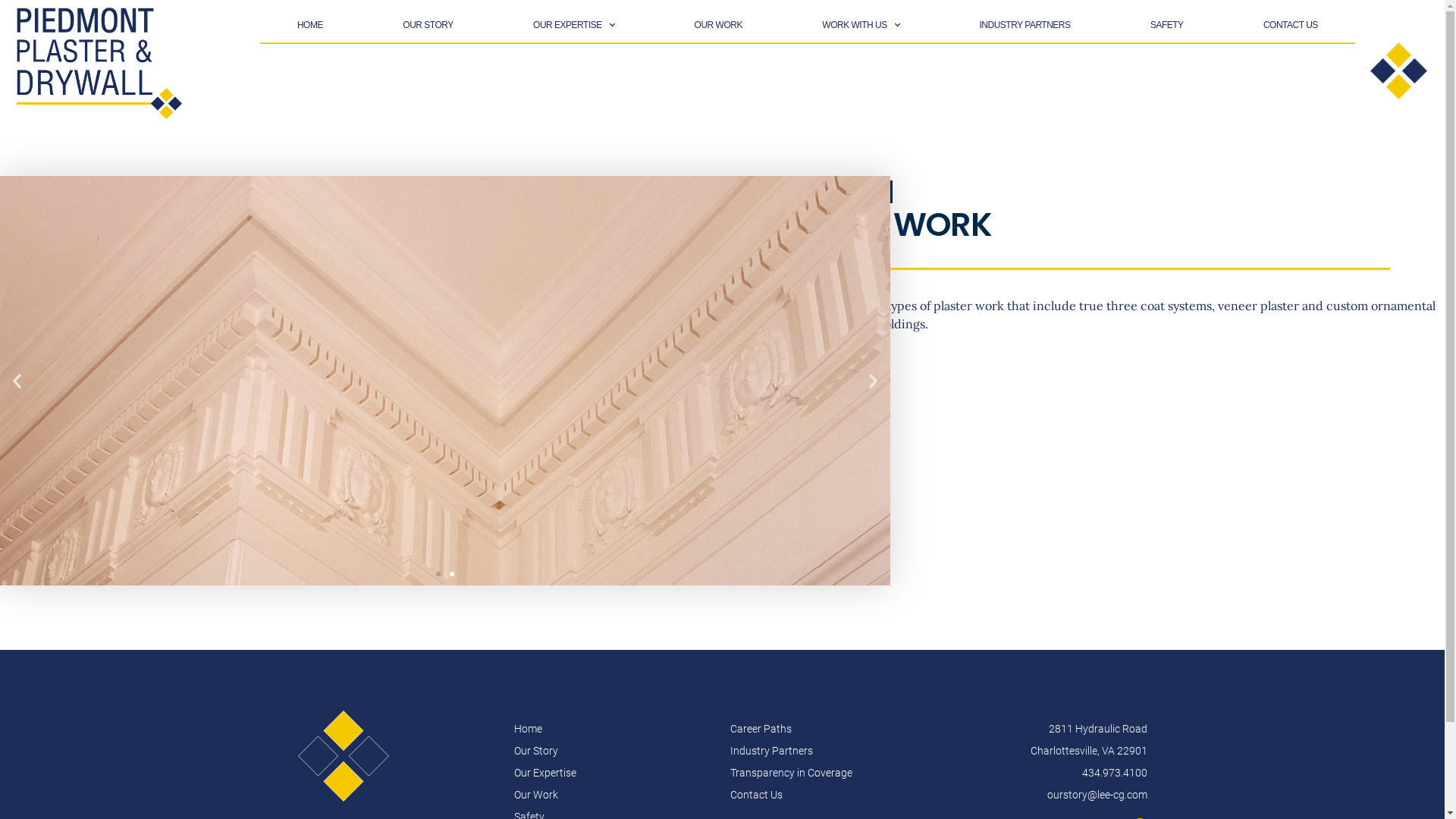 The image size is (1456, 819). Describe the element at coordinates (829, 728) in the screenshot. I see `'Career Paths'` at that location.